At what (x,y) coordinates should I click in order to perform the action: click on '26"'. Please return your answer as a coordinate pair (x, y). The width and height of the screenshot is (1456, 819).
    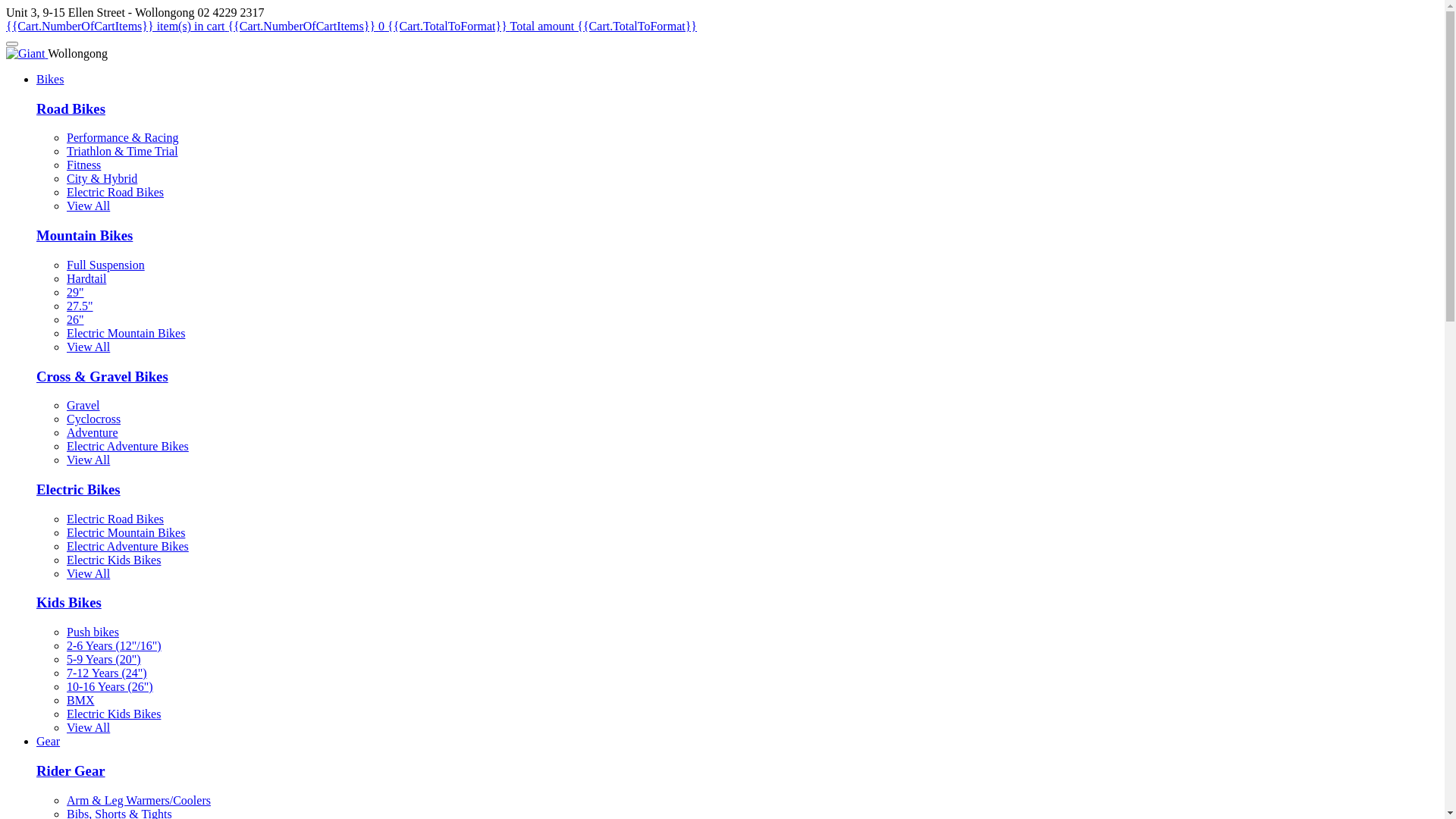
    Looking at the image, I should click on (74, 318).